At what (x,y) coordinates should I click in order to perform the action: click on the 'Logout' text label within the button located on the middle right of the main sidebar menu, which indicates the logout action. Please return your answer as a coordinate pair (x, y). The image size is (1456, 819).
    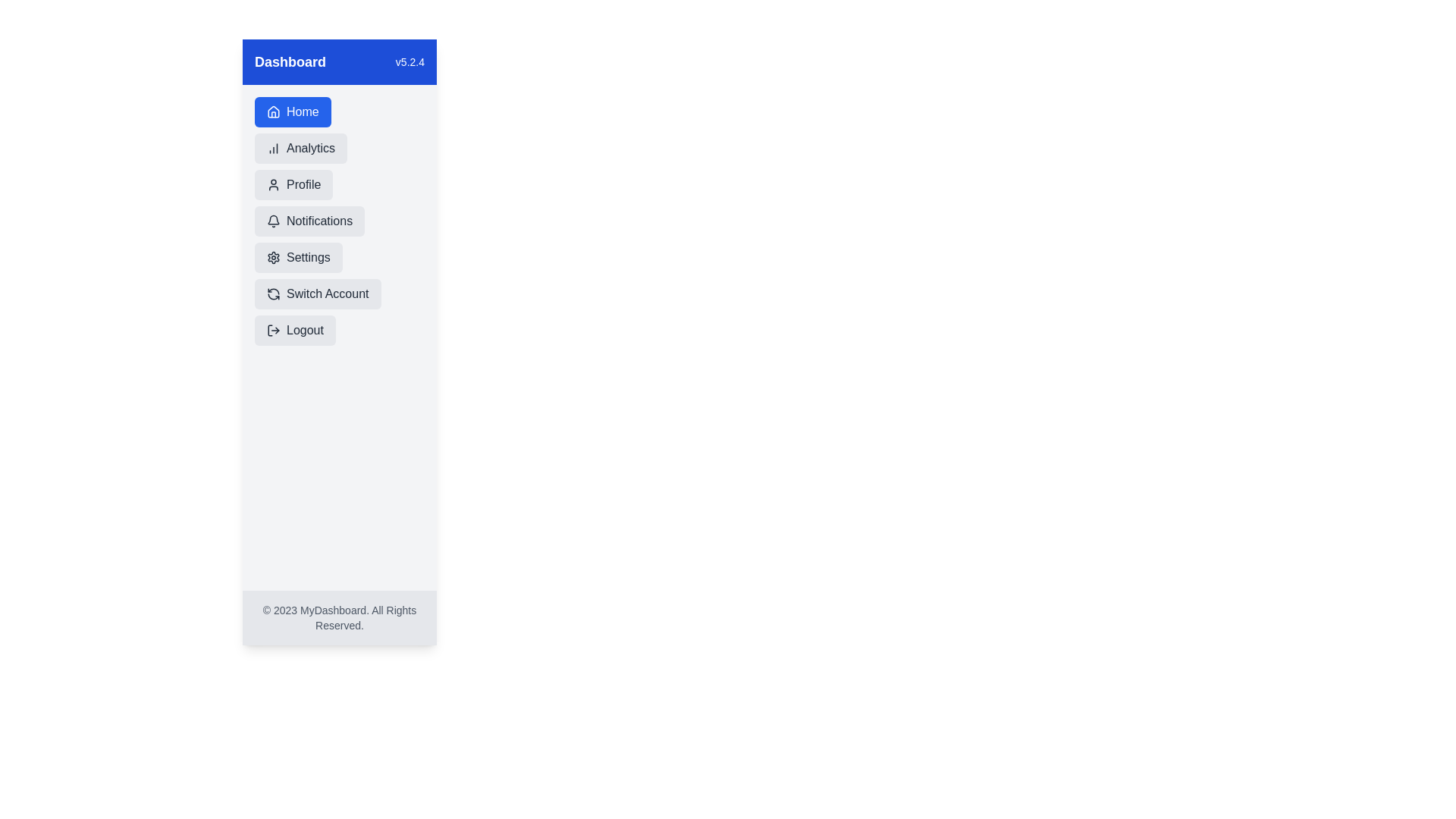
    Looking at the image, I should click on (304, 329).